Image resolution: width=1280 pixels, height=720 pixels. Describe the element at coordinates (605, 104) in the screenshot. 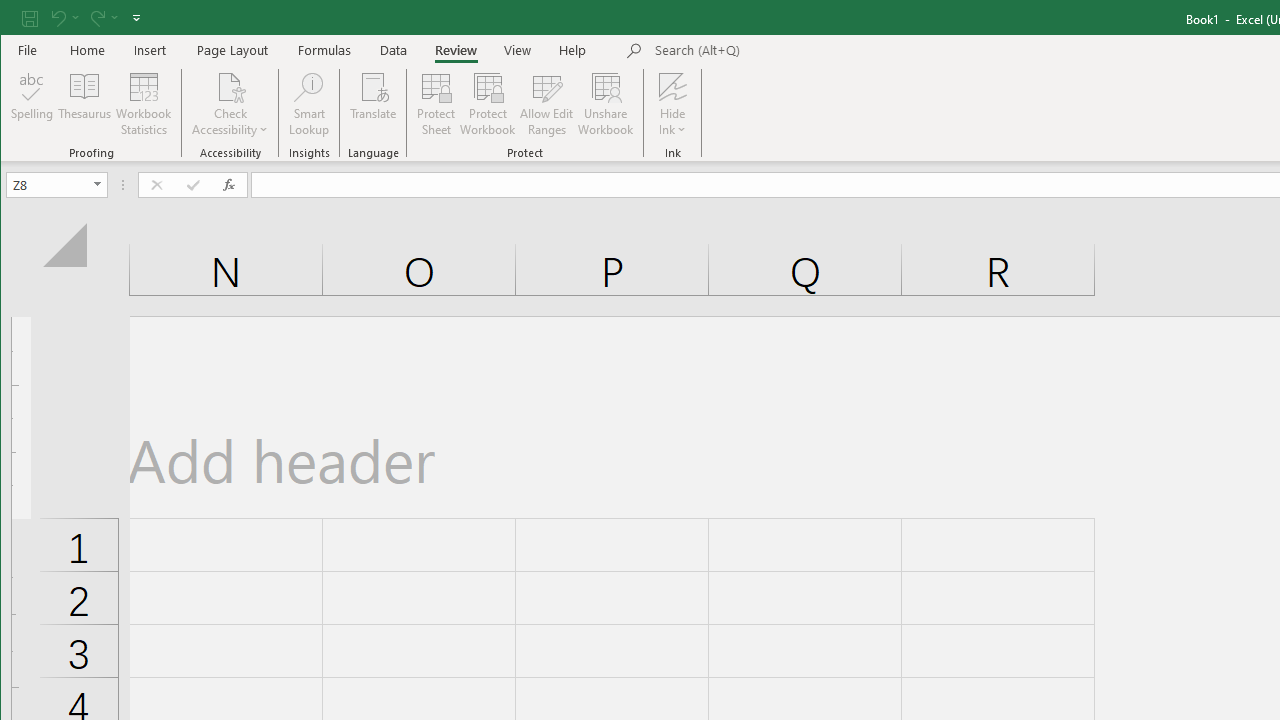

I see `'Unshare Workbook'` at that location.